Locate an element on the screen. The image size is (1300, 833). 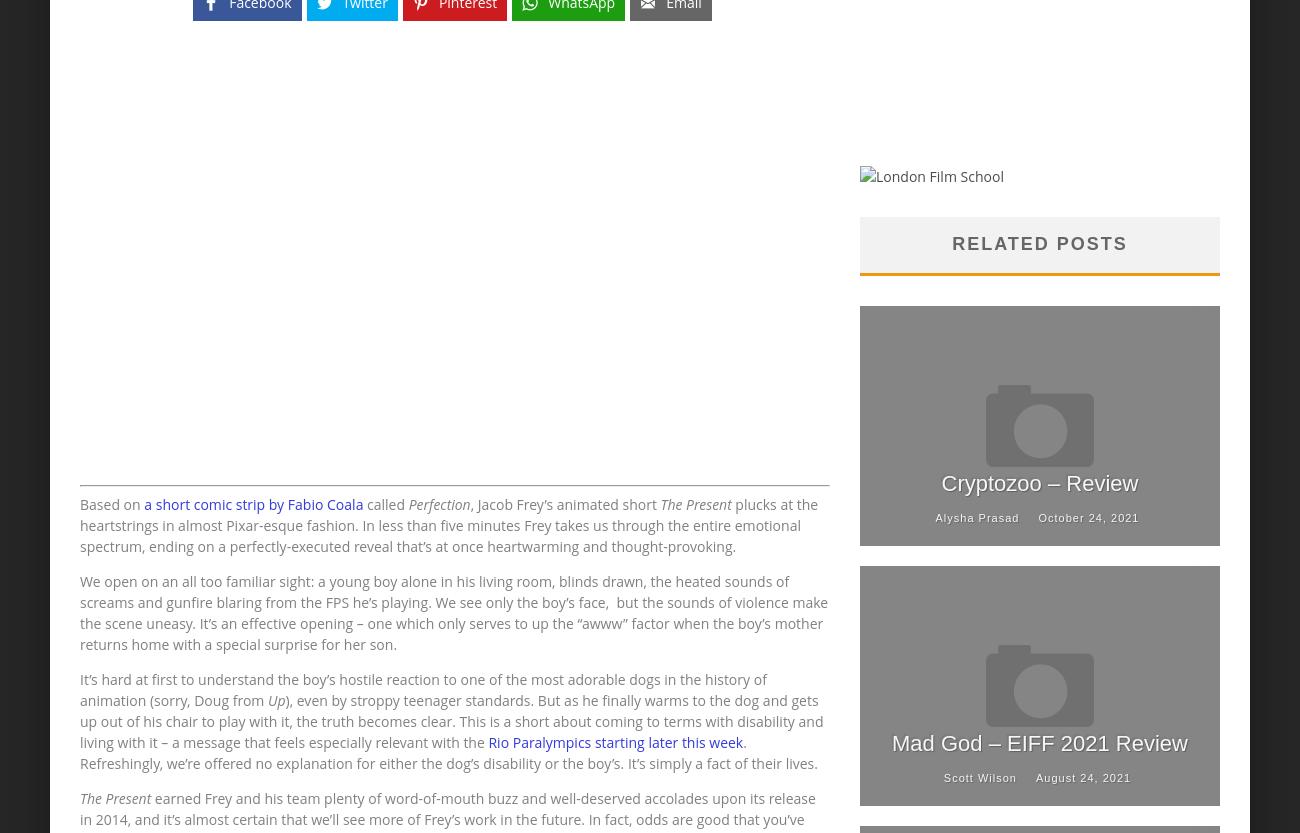
'called' is located at coordinates (385, 504).